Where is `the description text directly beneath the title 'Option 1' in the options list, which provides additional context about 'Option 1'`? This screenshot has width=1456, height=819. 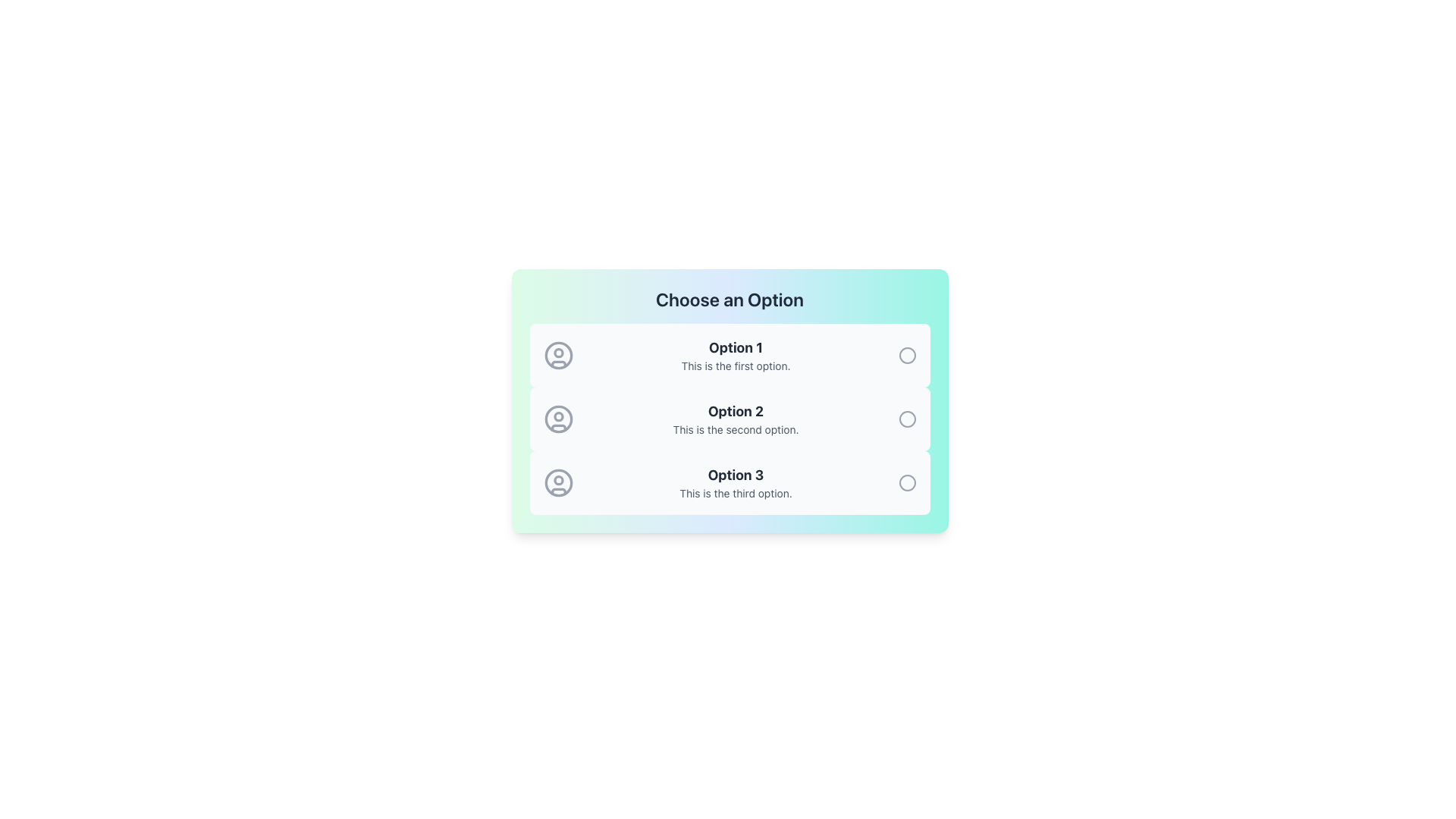
the description text directly beneath the title 'Option 1' in the options list, which provides additional context about 'Option 1' is located at coordinates (736, 366).